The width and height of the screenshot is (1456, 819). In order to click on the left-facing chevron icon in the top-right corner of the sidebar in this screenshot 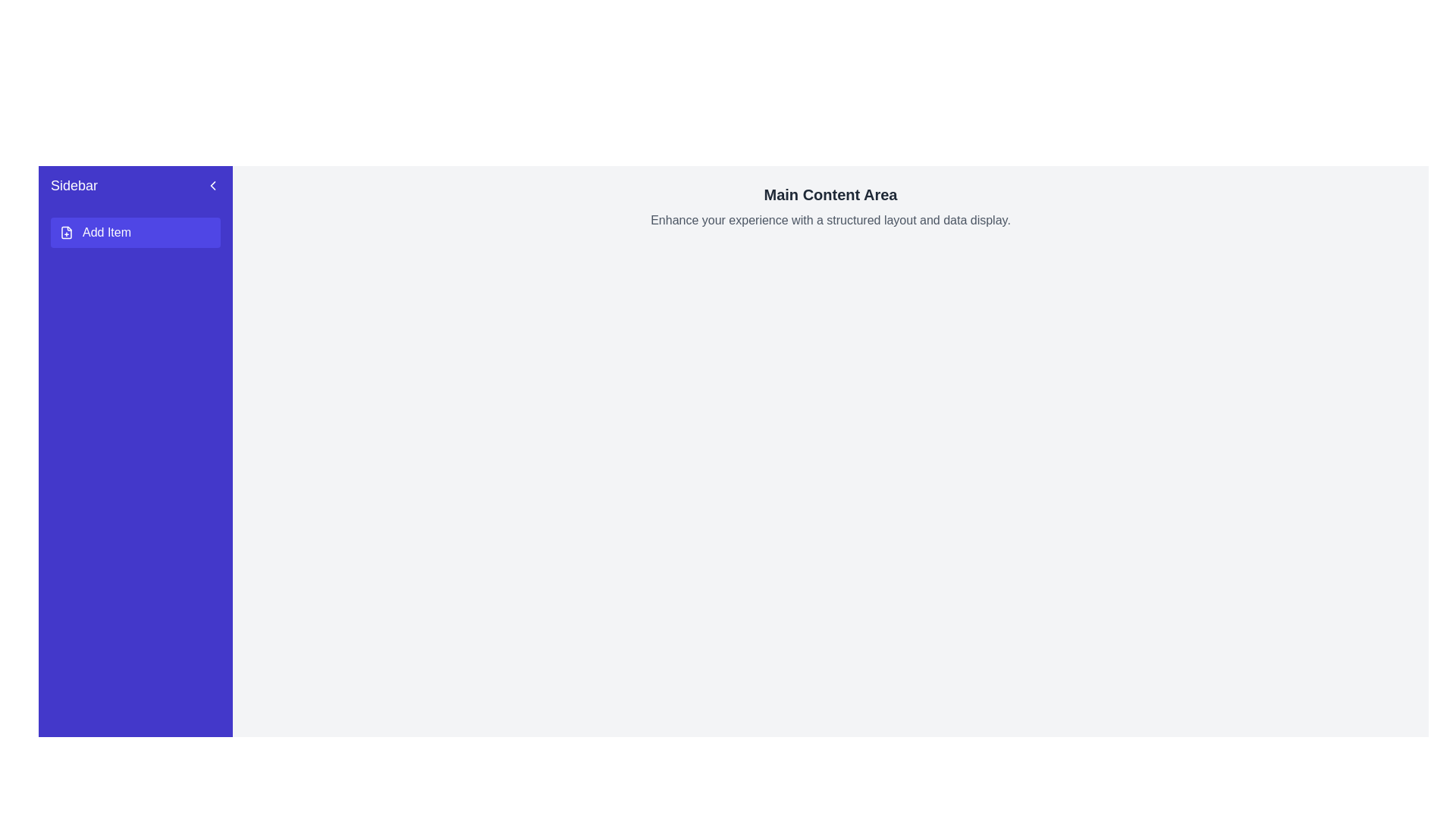, I will do `click(212, 185)`.